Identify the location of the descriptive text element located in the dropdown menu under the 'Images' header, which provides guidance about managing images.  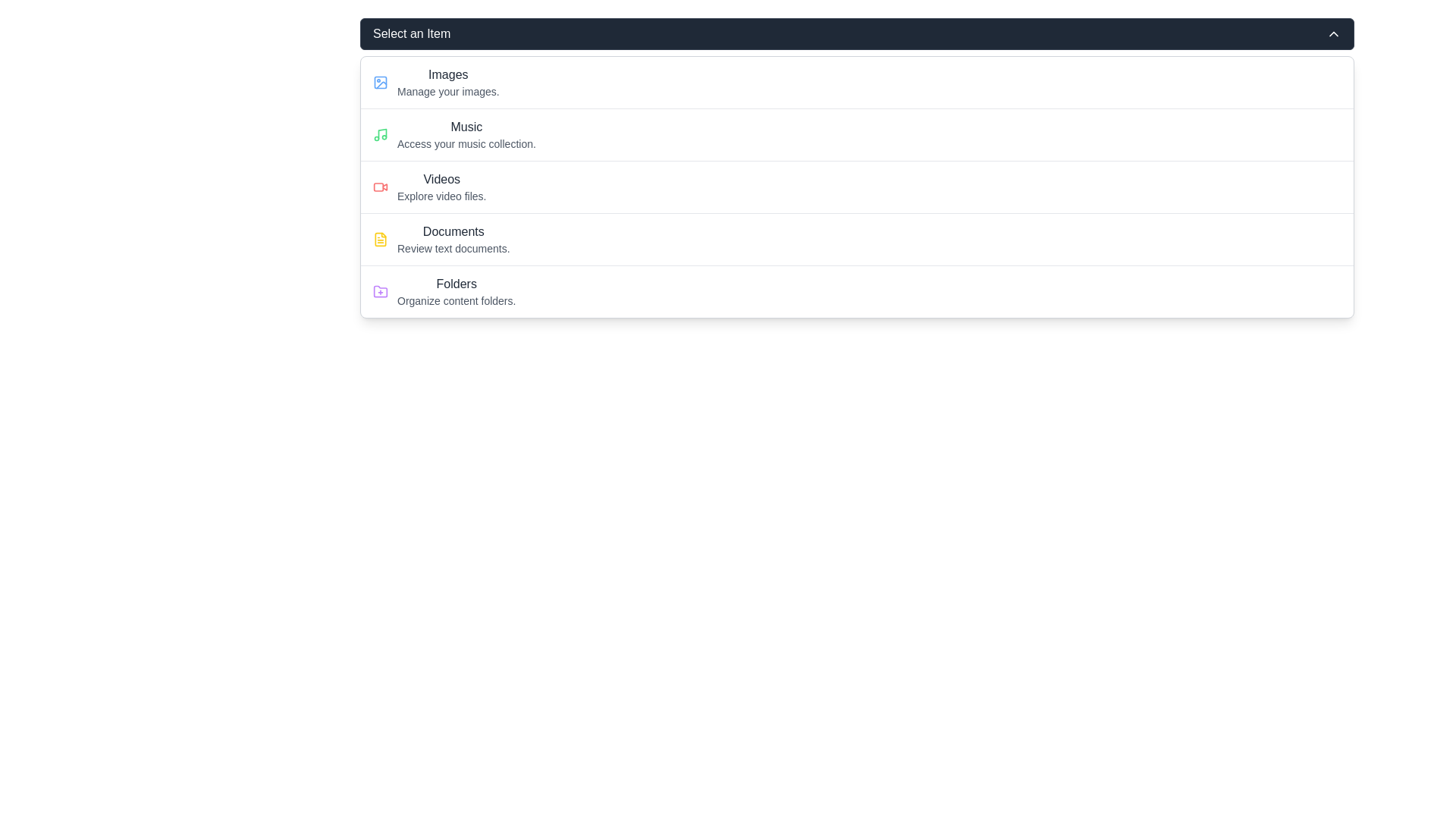
(447, 91).